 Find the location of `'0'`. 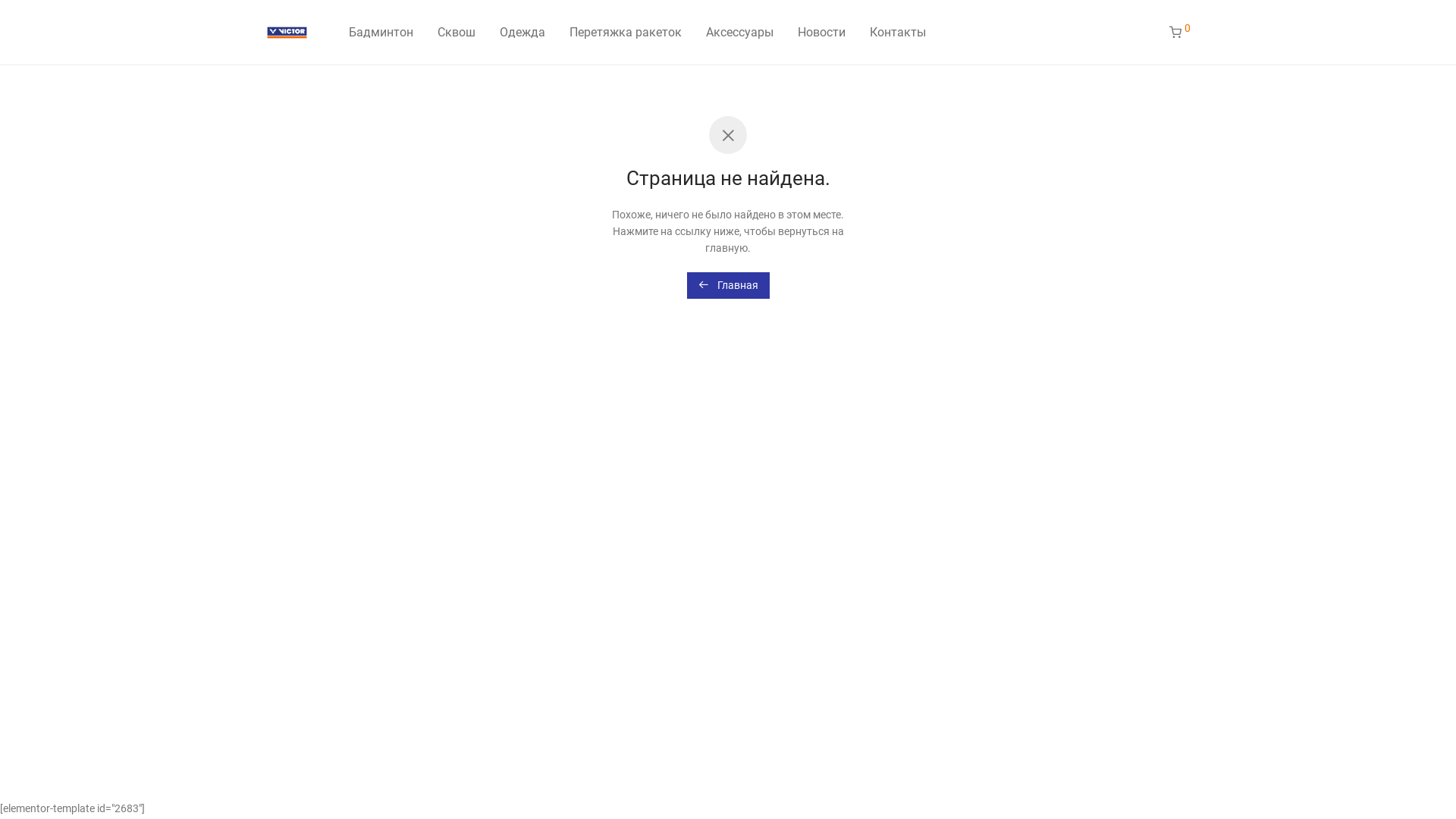

'0' is located at coordinates (1156, 32).